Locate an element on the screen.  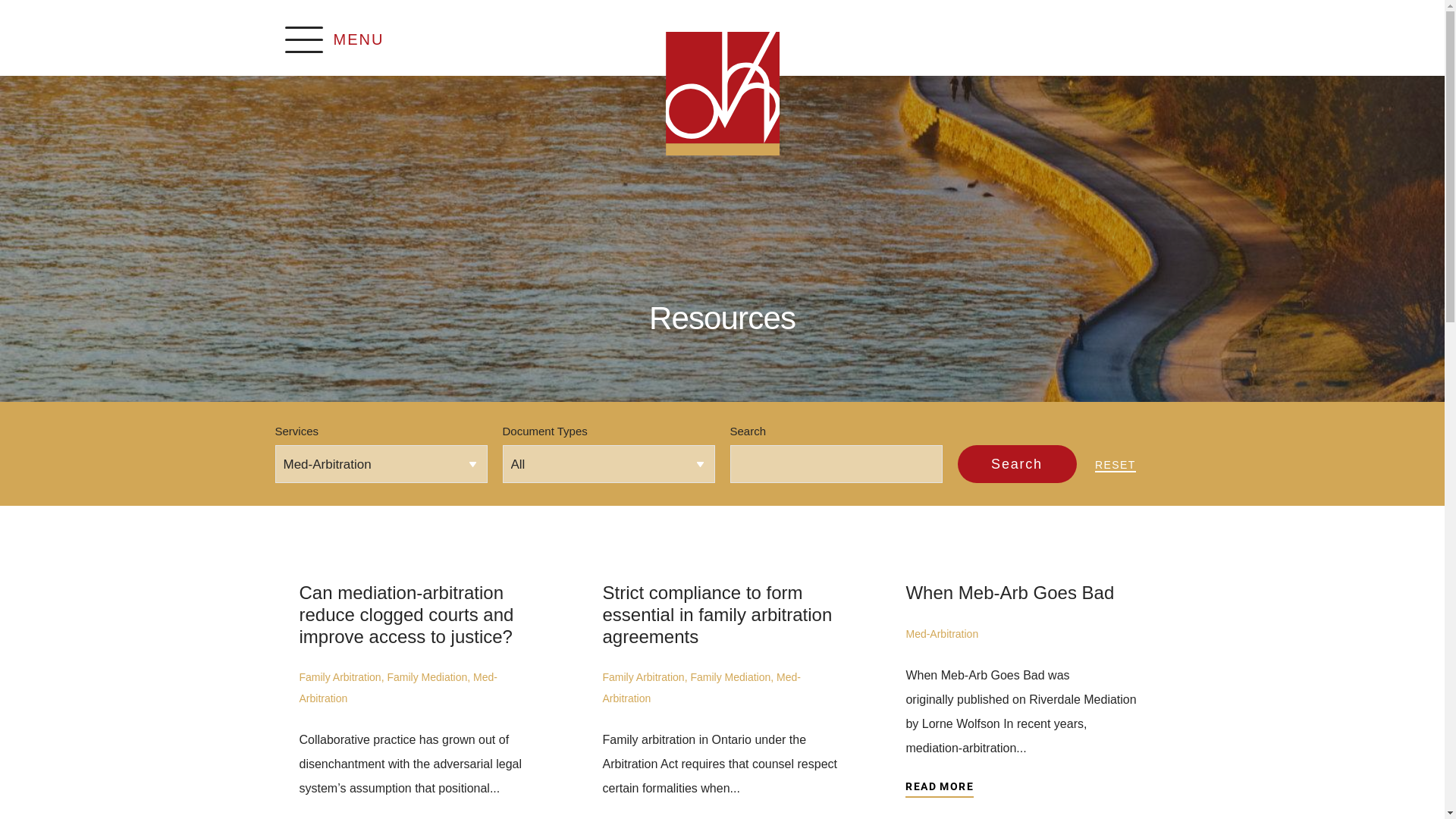
'READ MORE' is located at coordinates (905, 788).